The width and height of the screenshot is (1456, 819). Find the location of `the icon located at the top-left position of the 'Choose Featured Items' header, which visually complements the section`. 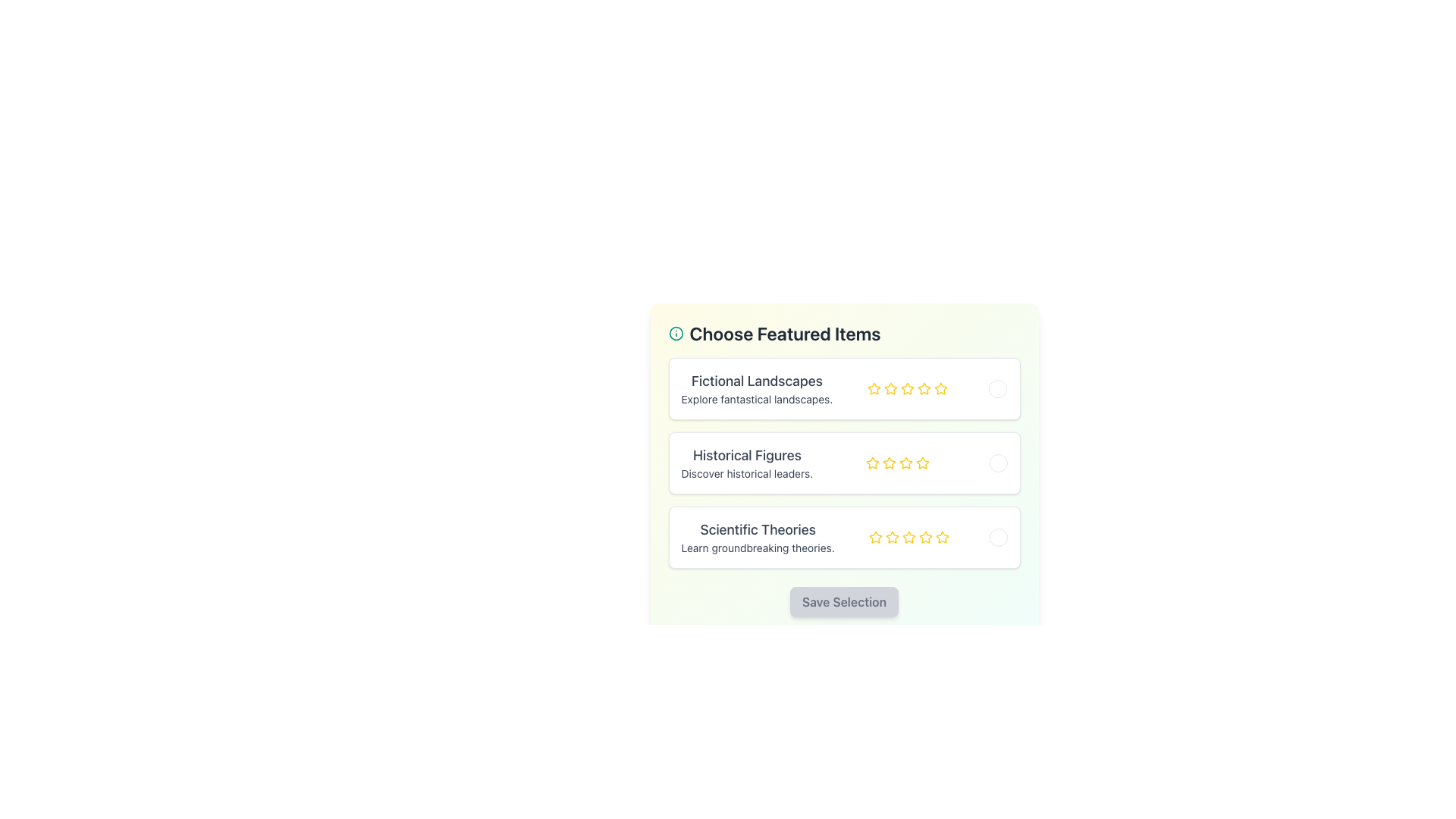

the icon located at the top-left position of the 'Choose Featured Items' header, which visually complements the section is located at coordinates (675, 332).